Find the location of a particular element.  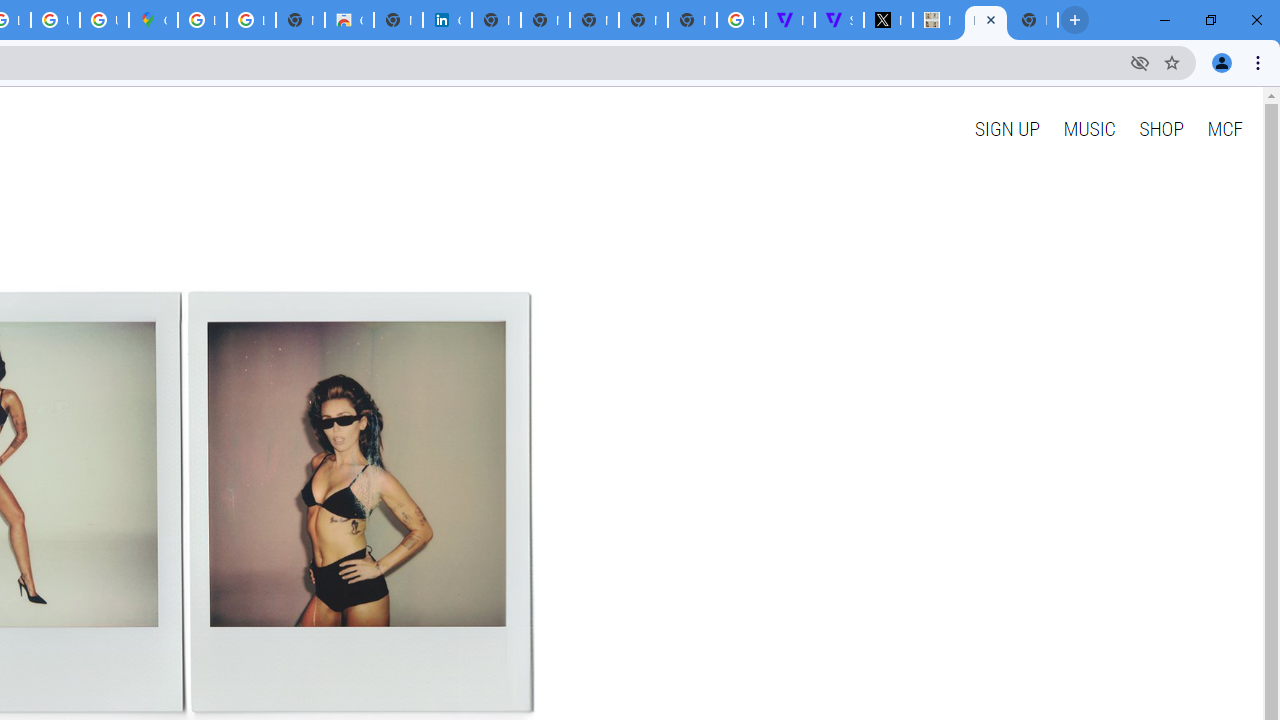

'SHOP' is located at coordinates (1161, 128).